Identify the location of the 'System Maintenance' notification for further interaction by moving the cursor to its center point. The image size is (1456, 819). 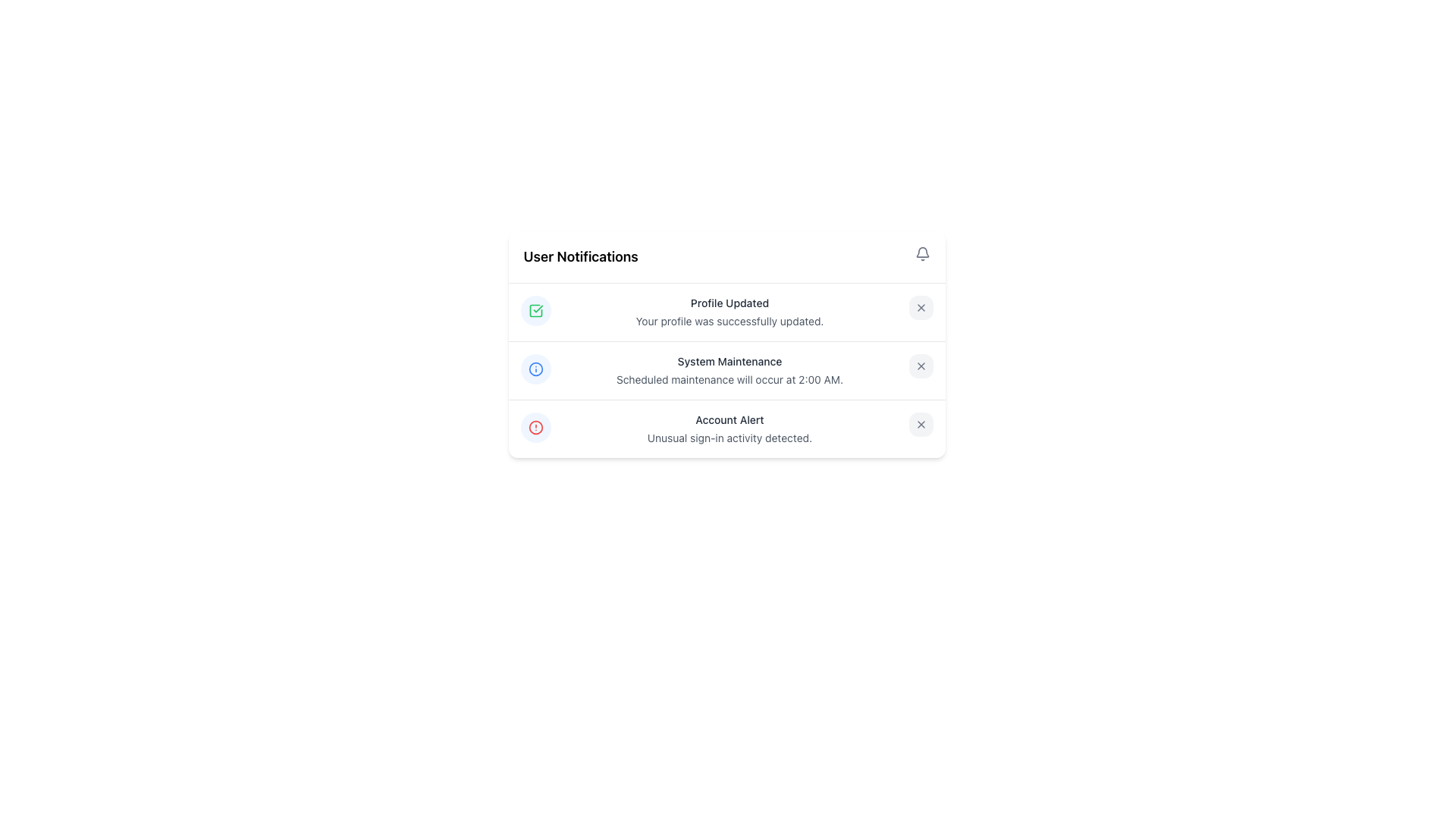
(726, 371).